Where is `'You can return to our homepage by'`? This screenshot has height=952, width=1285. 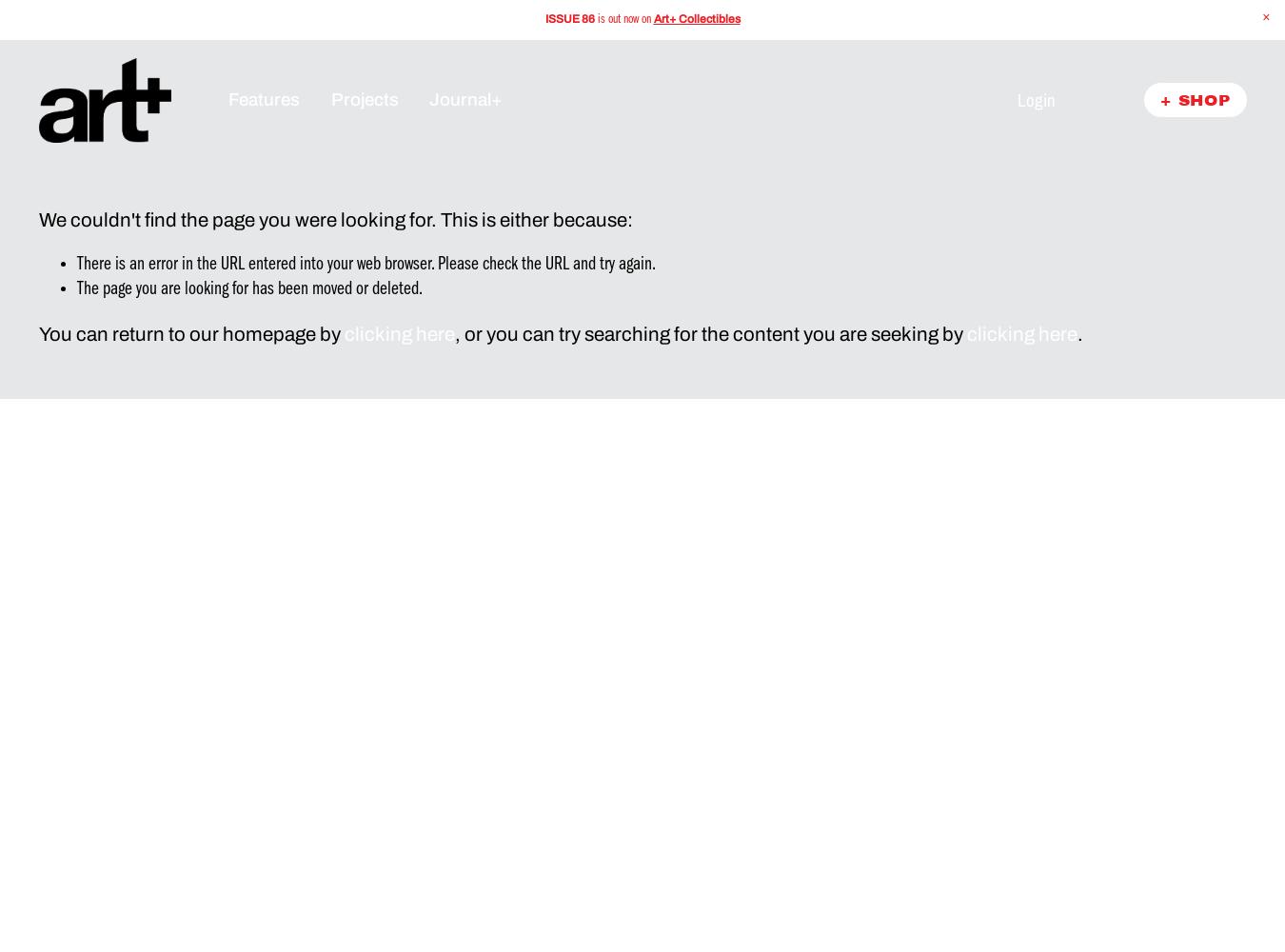
'You can return to our homepage by' is located at coordinates (190, 333).